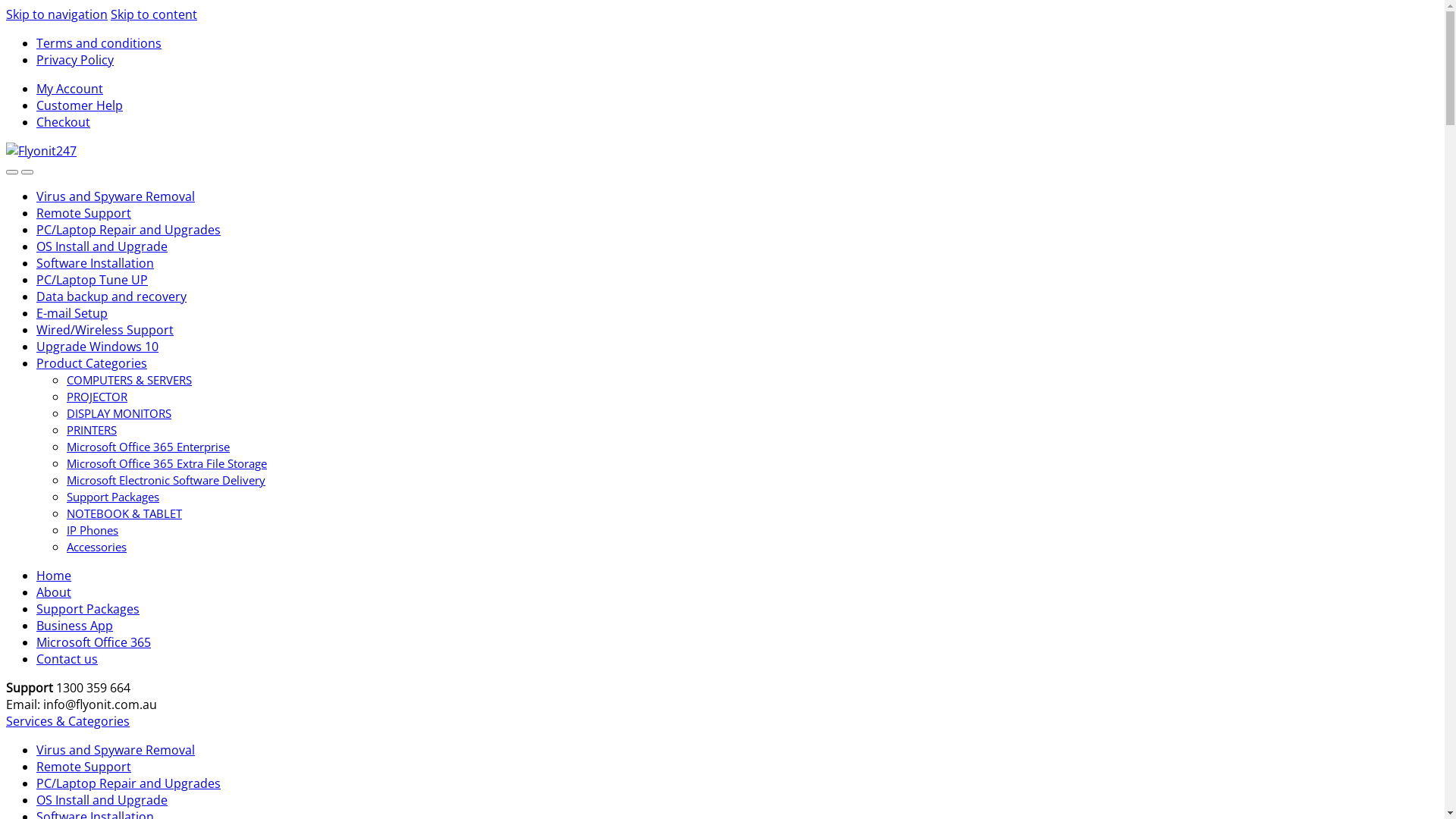  Describe the element at coordinates (111, 296) in the screenshot. I see `'Data backup and recovery'` at that location.